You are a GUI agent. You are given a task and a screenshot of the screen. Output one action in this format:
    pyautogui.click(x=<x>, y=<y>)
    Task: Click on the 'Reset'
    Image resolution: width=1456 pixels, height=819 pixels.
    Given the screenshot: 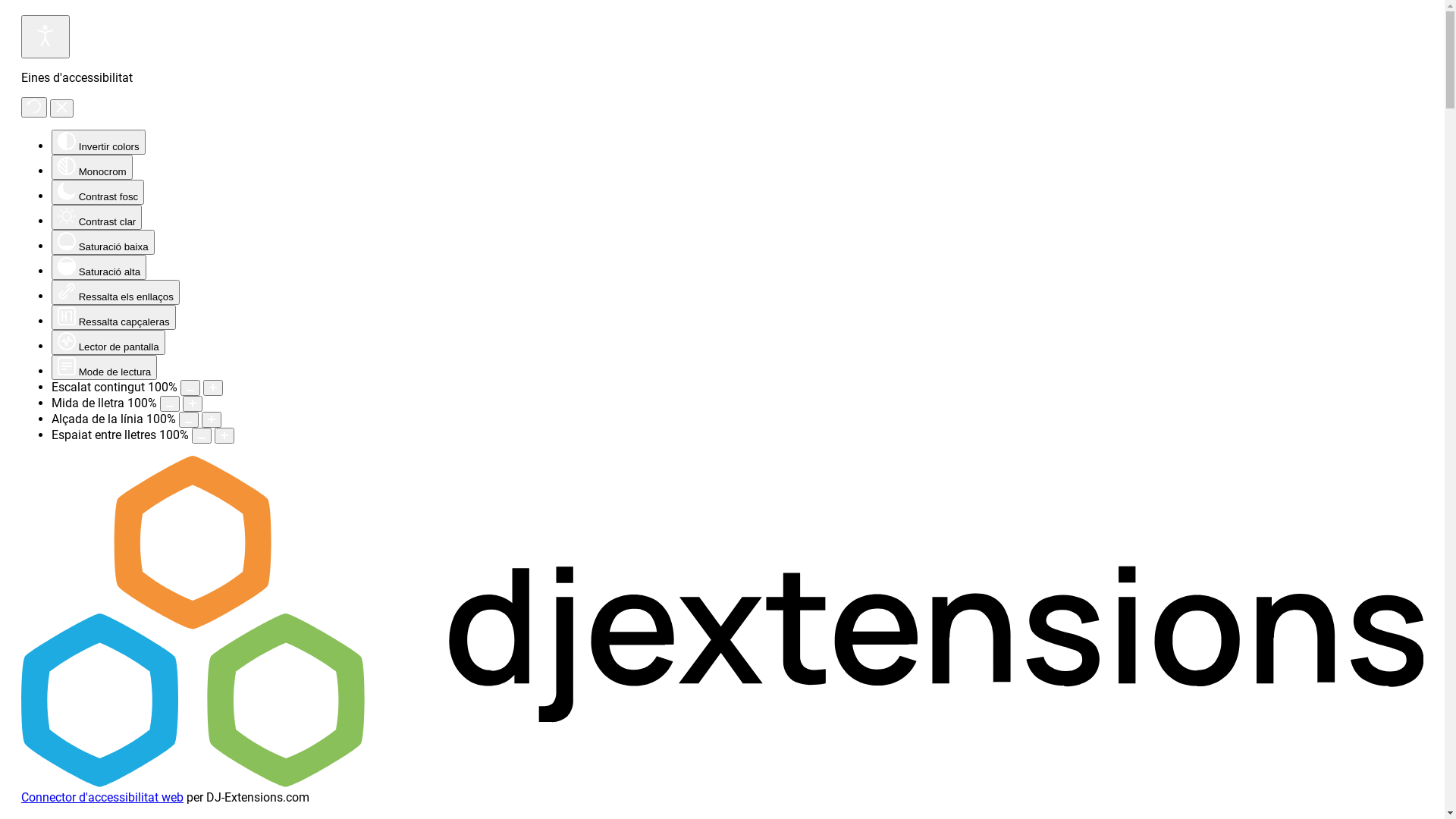 What is the action you would take?
    pyautogui.click(x=21, y=106)
    